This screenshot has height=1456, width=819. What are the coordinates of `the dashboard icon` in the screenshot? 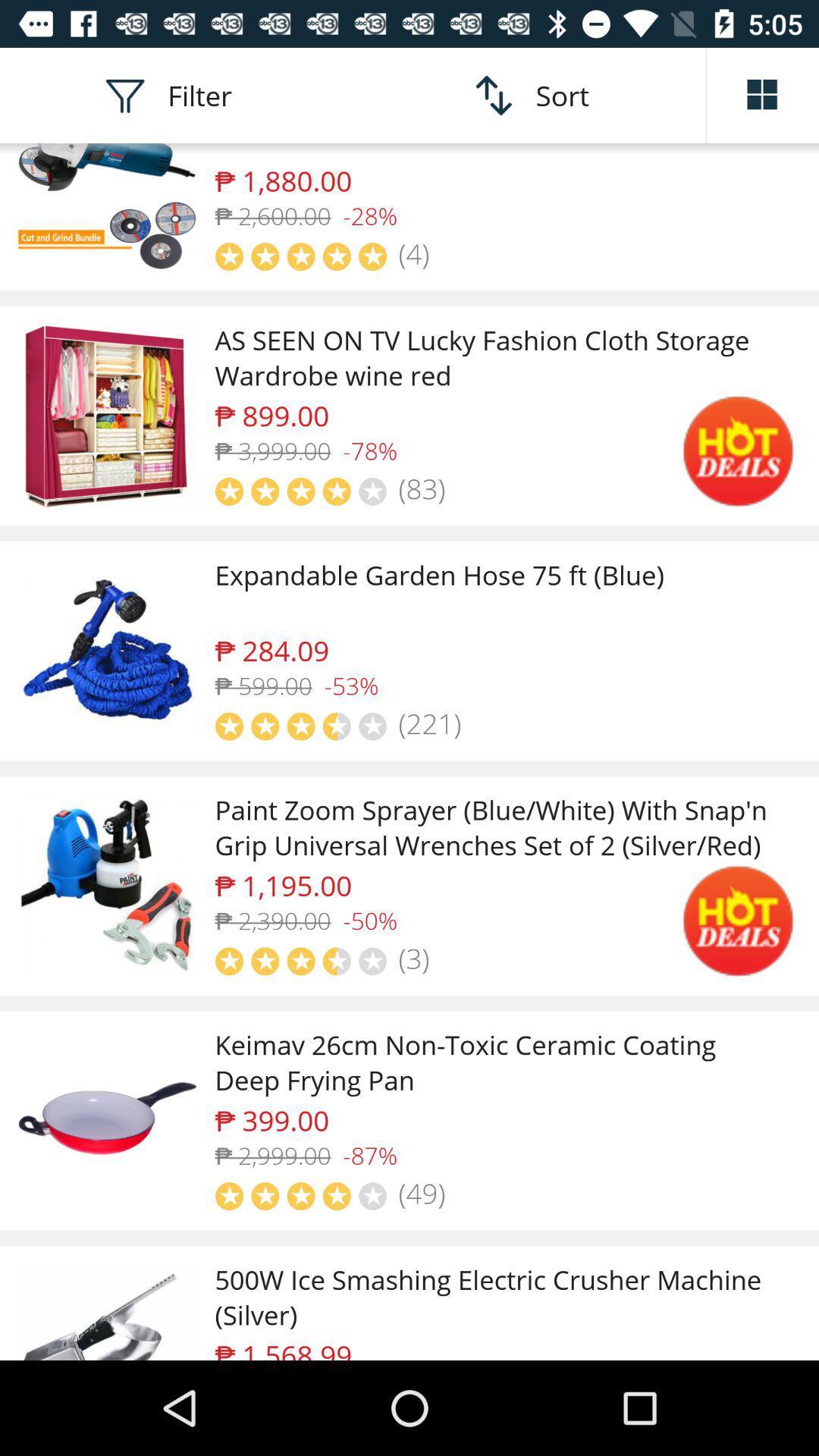 It's located at (763, 94).